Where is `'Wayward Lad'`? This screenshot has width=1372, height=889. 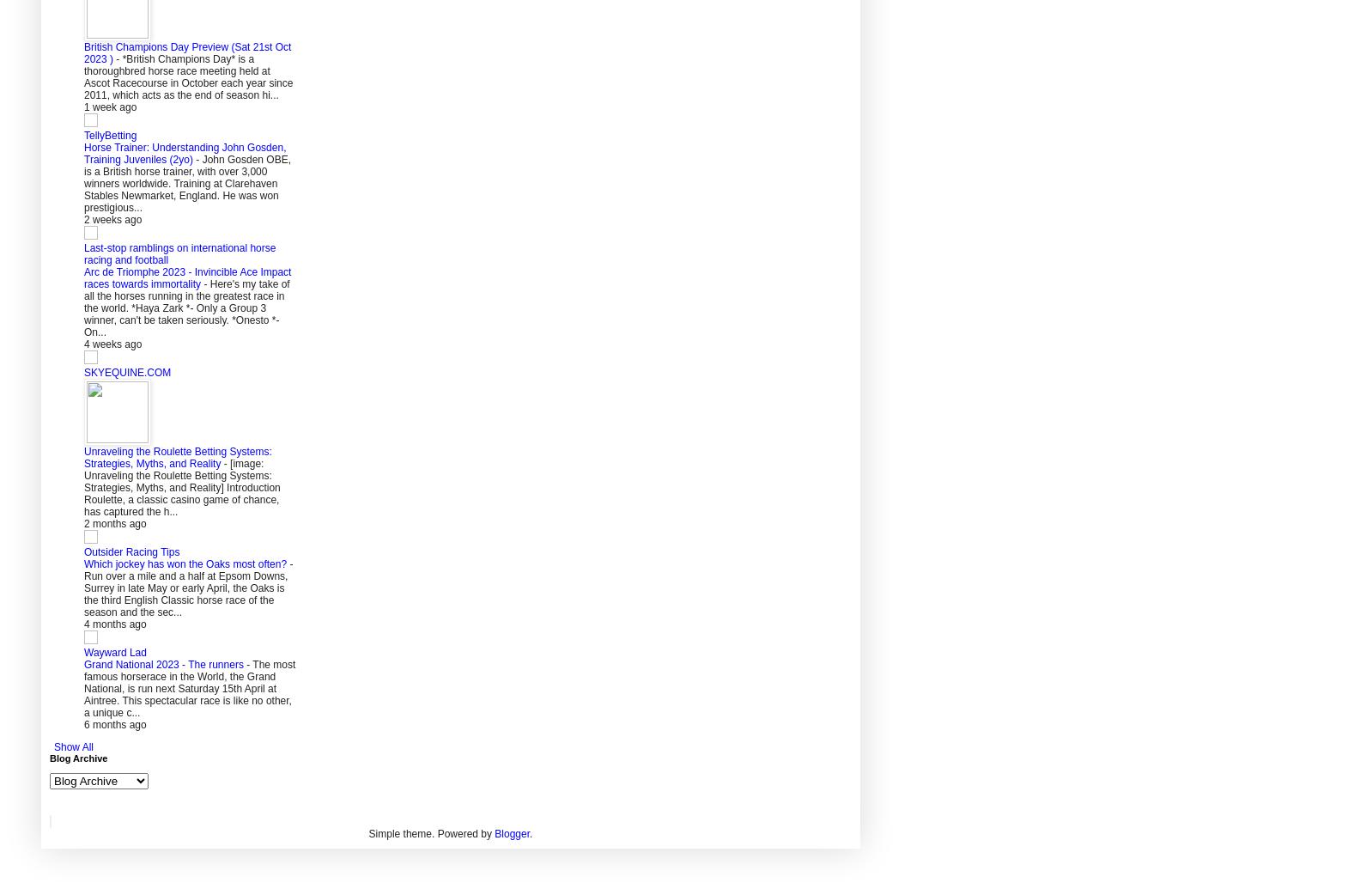
'Wayward Lad' is located at coordinates (114, 652).